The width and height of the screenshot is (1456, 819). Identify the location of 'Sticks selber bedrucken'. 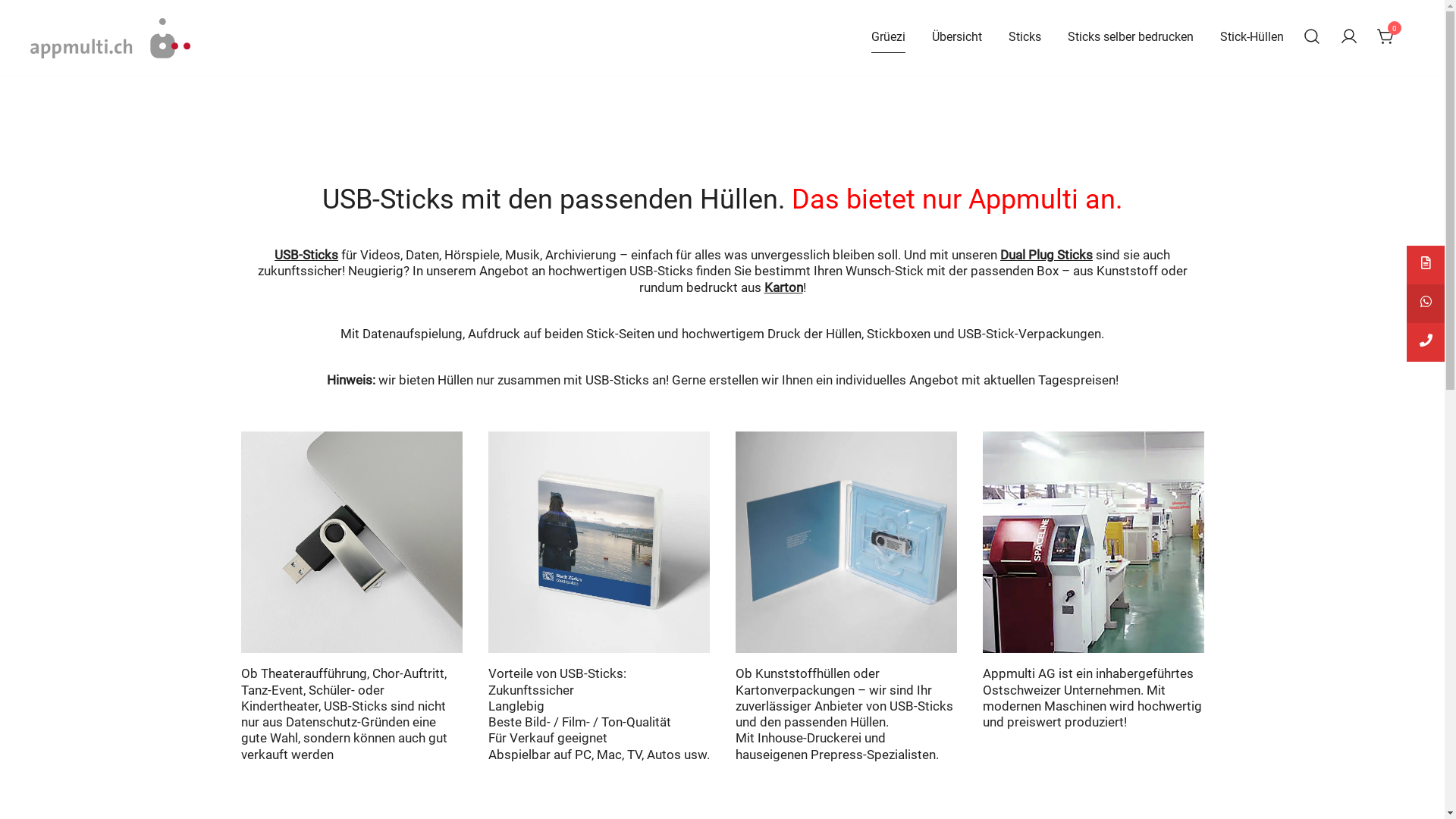
(1131, 36).